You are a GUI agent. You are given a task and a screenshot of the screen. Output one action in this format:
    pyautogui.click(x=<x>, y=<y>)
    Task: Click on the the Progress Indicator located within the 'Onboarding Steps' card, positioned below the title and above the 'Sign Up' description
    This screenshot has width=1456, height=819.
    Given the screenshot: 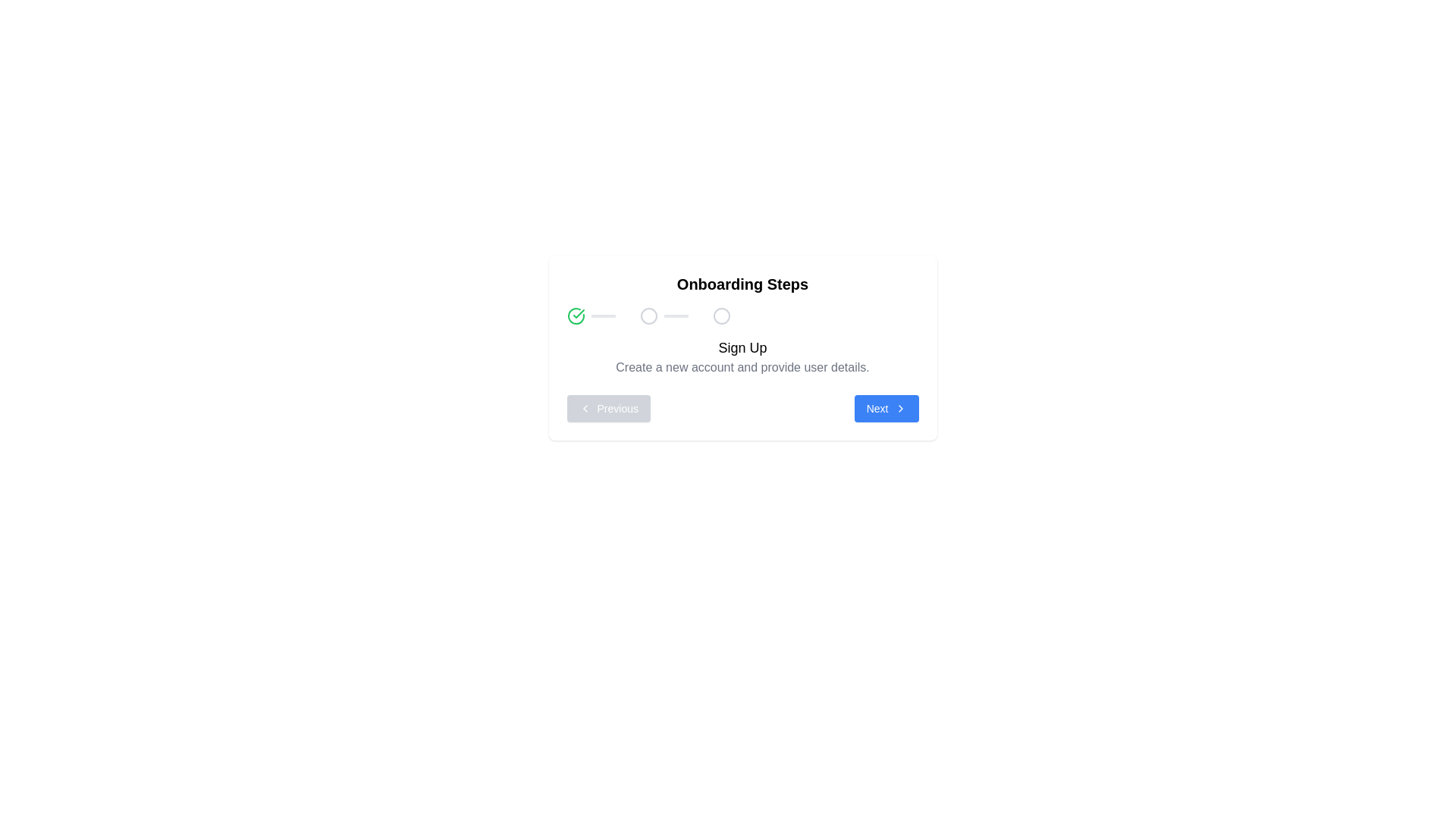 What is the action you would take?
    pyautogui.click(x=742, y=315)
    